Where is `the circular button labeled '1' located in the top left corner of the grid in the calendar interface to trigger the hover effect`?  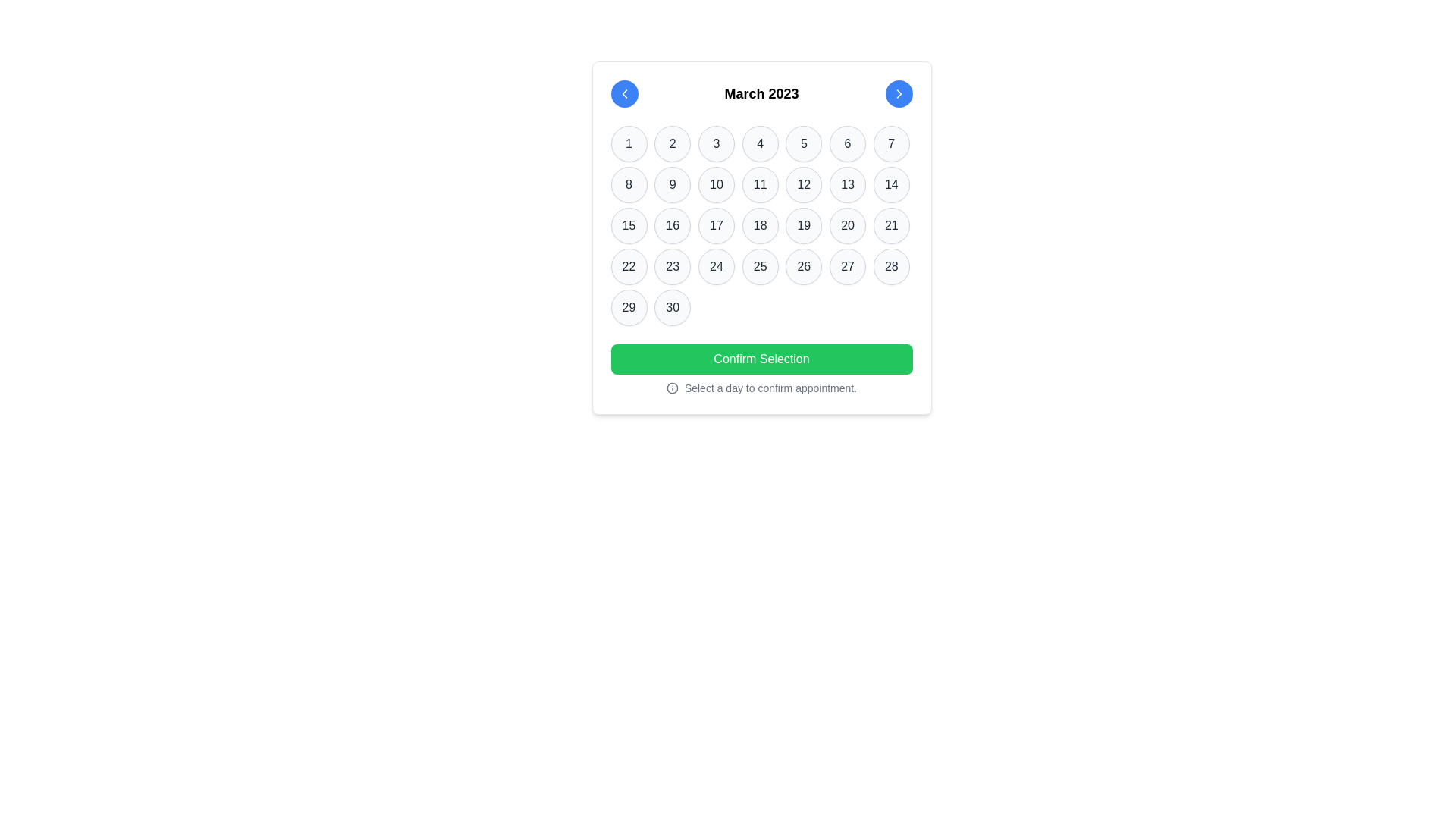
the circular button labeled '1' located in the top left corner of the grid in the calendar interface to trigger the hover effect is located at coordinates (629, 143).